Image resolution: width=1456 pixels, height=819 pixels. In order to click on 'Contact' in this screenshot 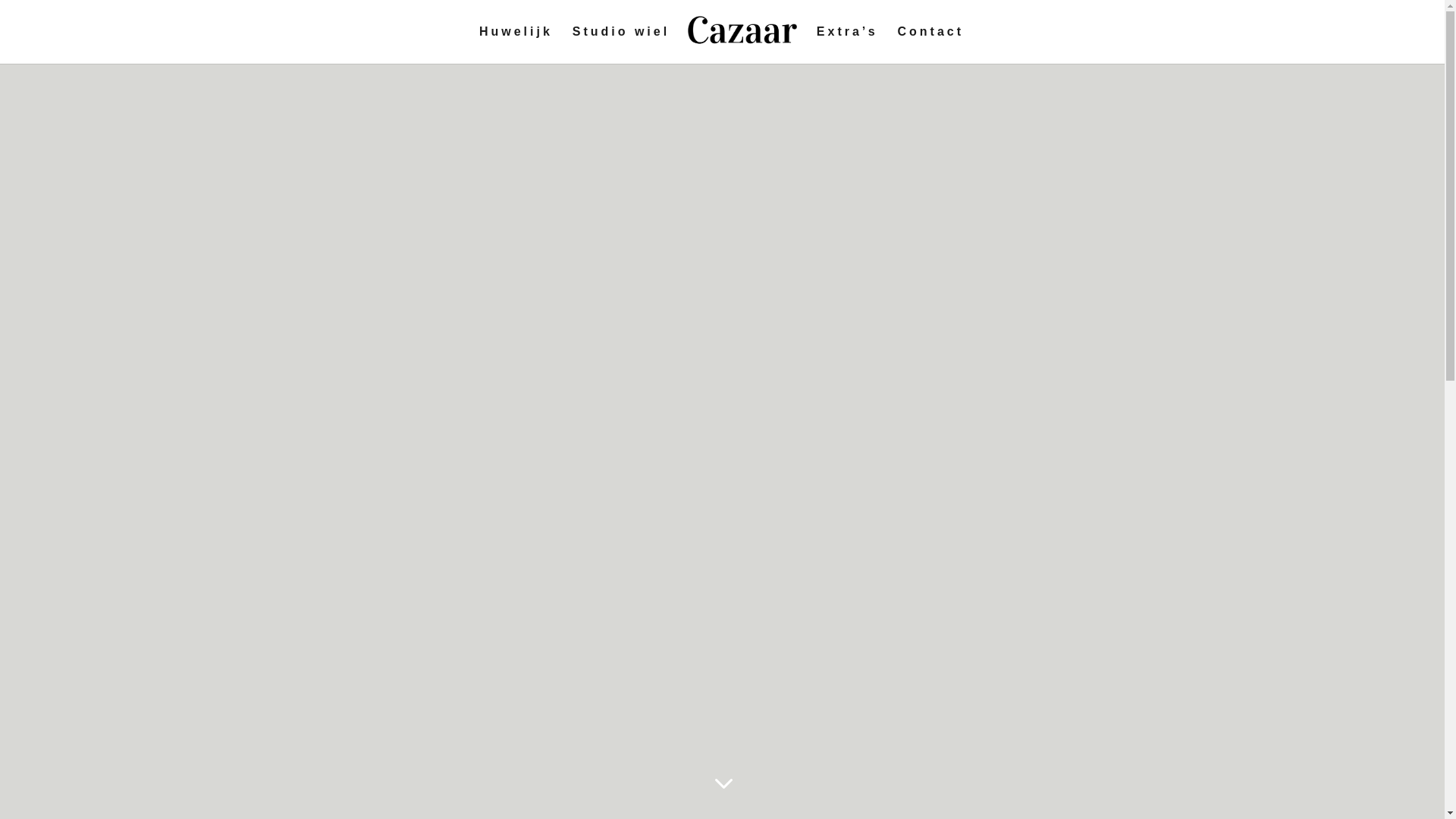, I will do `click(930, 44)`.